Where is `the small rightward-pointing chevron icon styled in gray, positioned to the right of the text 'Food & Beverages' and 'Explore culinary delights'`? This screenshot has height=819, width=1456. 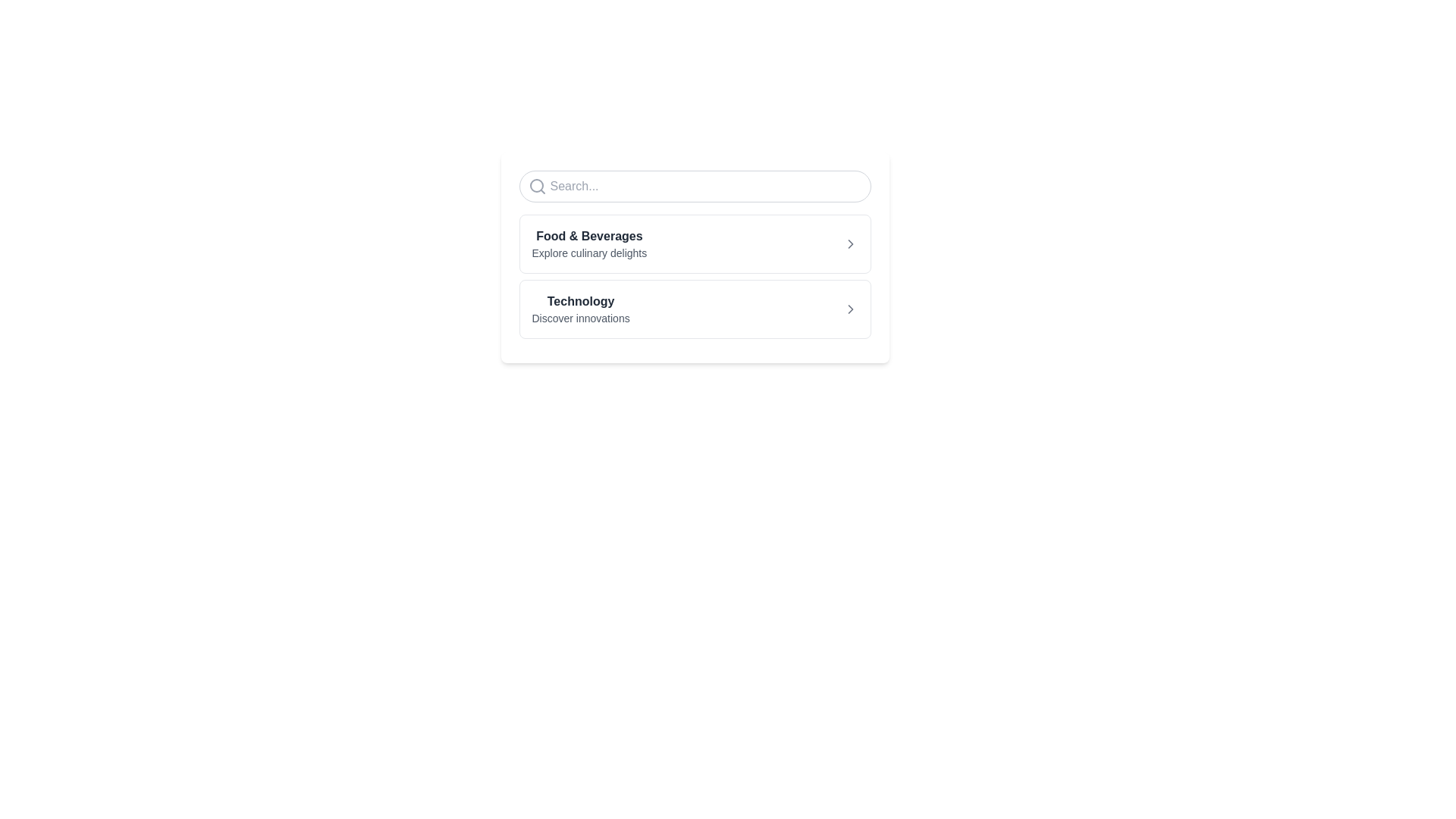 the small rightward-pointing chevron icon styled in gray, positioned to the right of the text 'Food & Beverages' and 'Explore culinary delights' is located at coordinates (850, 243).